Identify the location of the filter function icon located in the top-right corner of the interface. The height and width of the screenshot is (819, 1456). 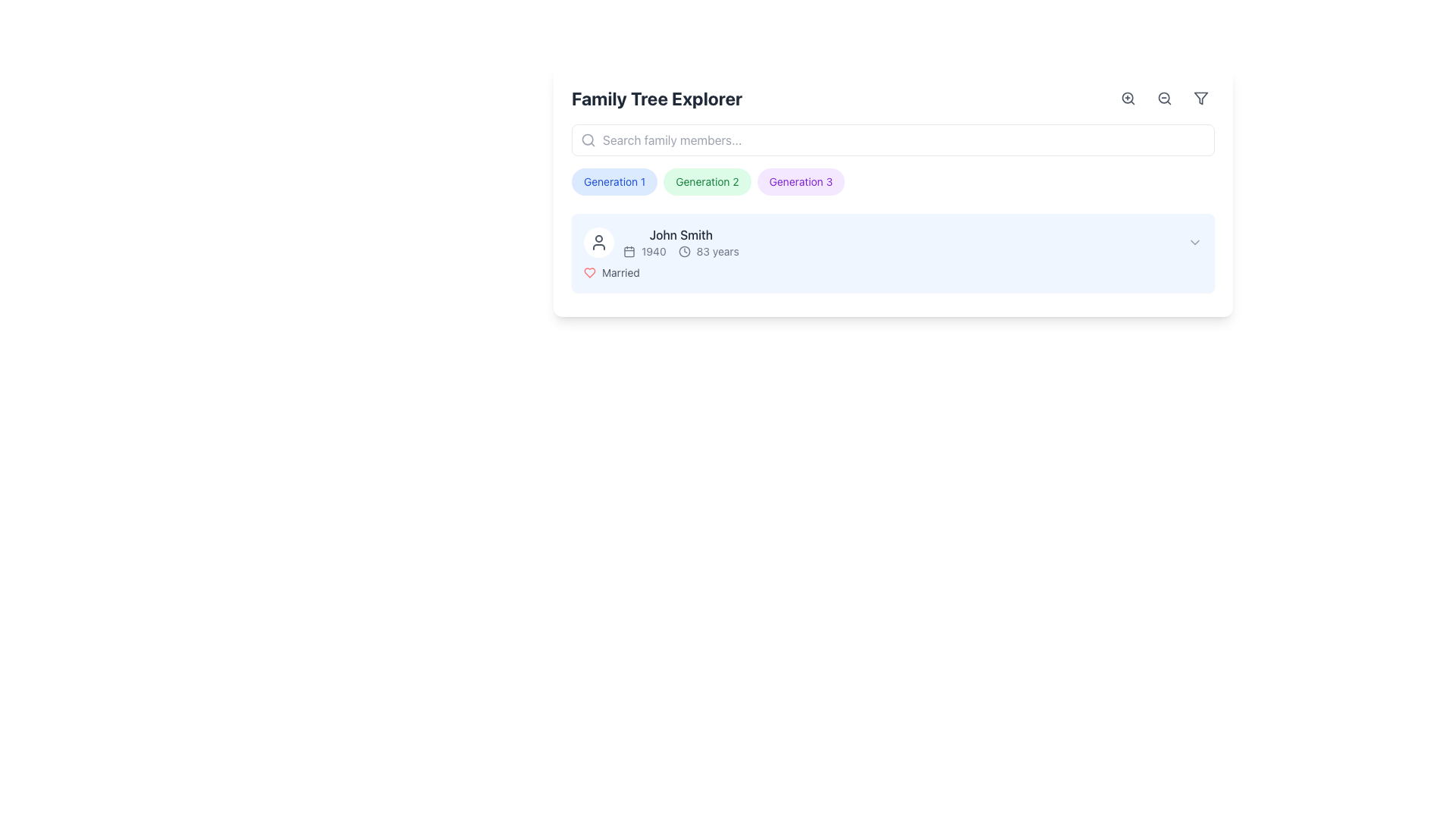
(1200, 99).